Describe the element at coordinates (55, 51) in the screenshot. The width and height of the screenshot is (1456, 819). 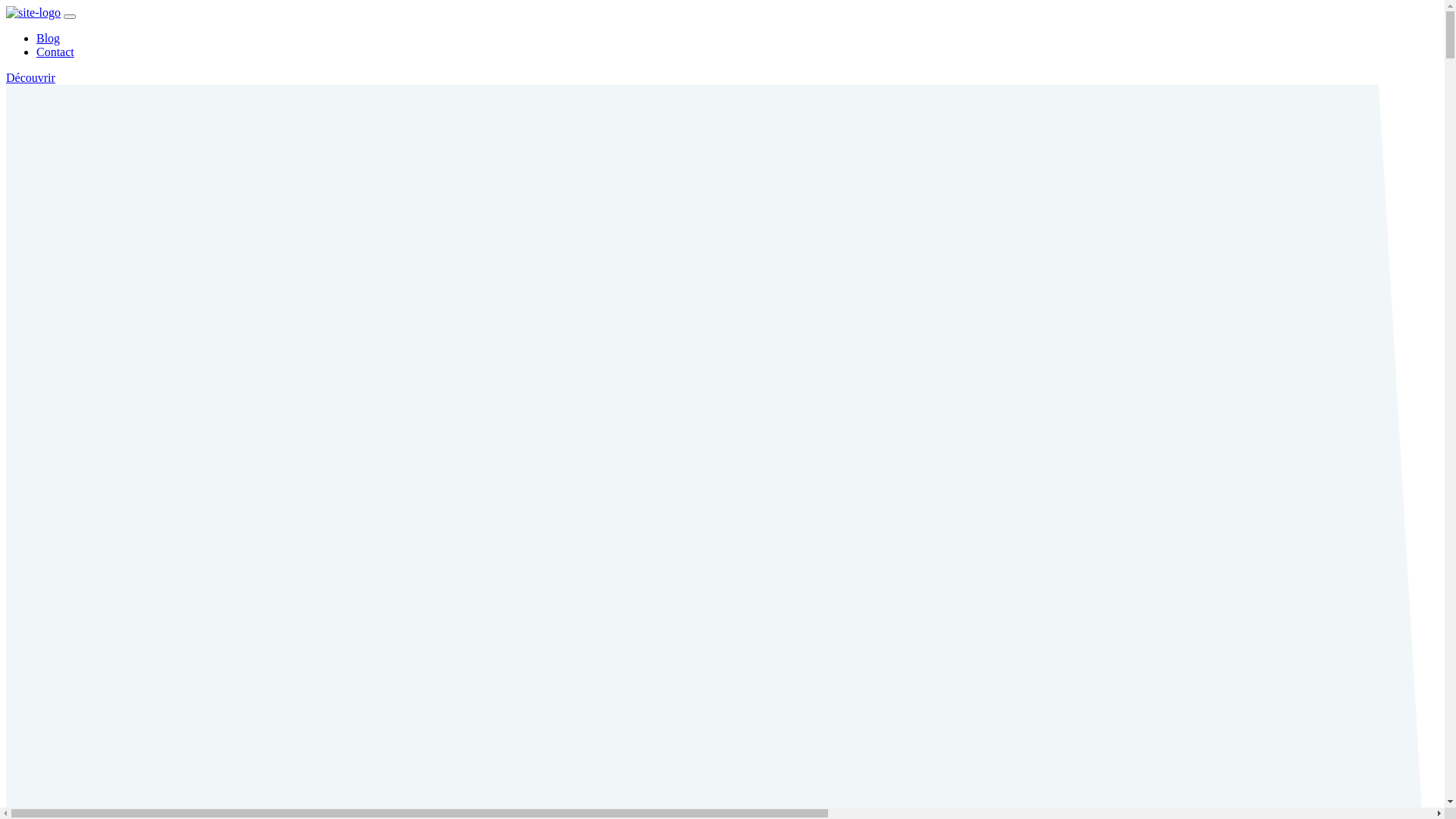
I see `'Contact'` at that location.